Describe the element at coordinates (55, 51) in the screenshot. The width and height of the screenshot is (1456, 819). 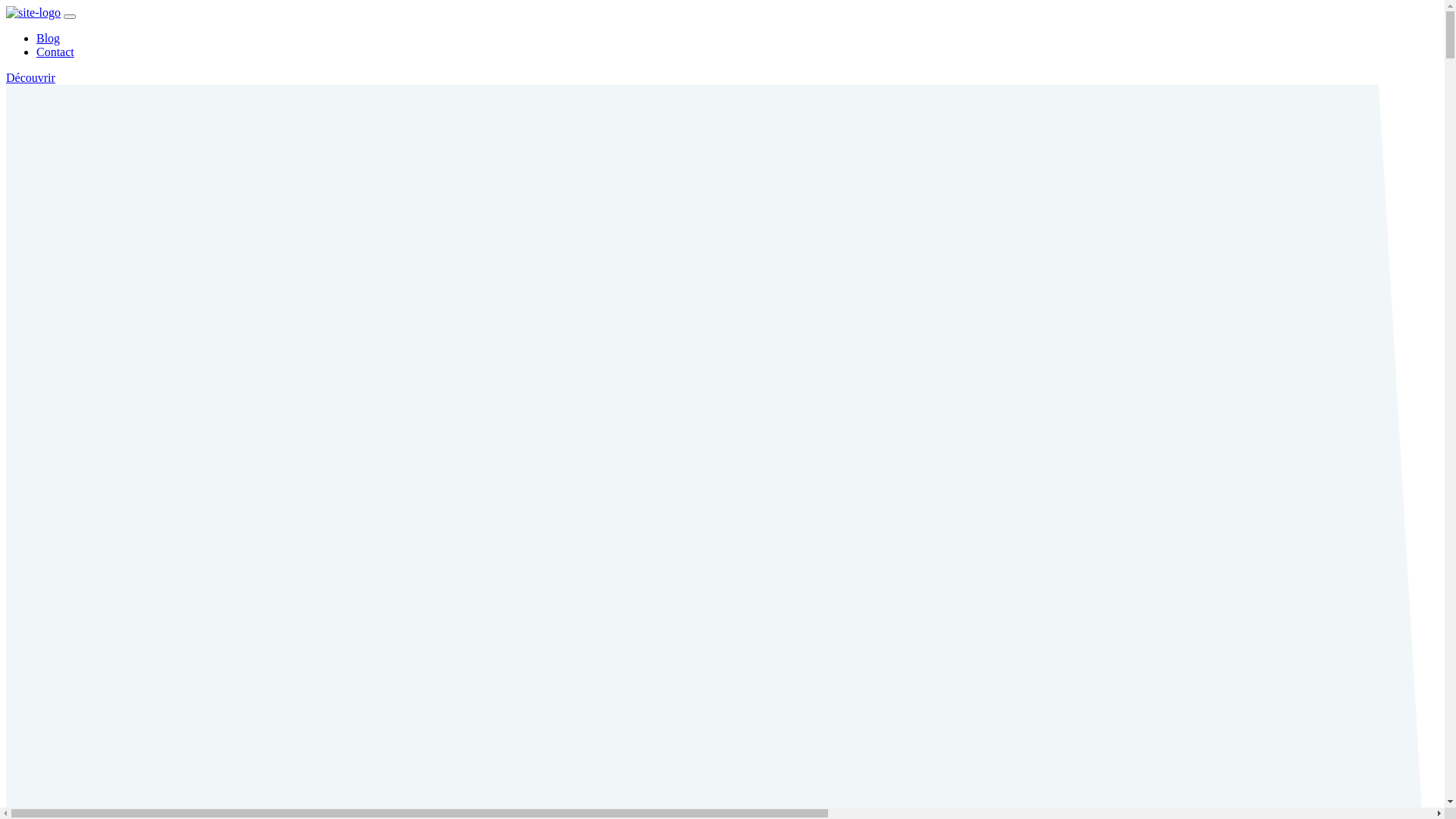
I see `'Contact'` at that location.